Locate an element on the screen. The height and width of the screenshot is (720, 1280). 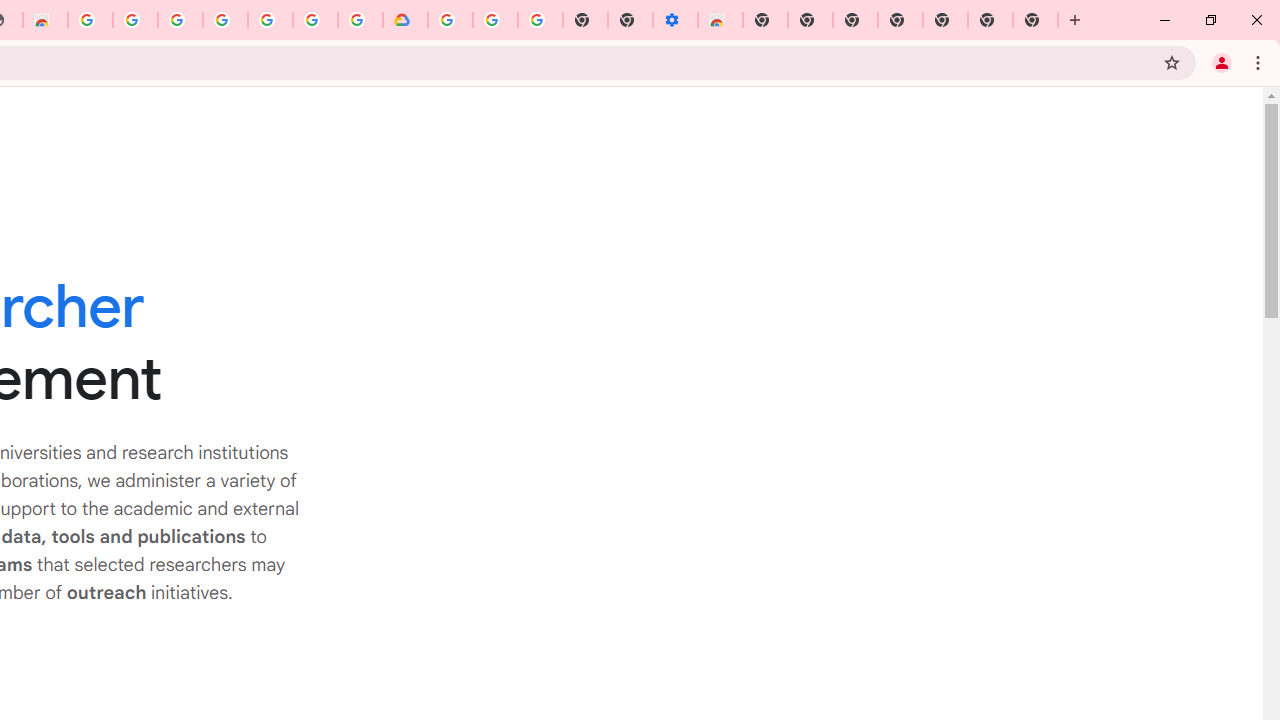
'Settings - Accessibility' is located at coordinates (675, 20).